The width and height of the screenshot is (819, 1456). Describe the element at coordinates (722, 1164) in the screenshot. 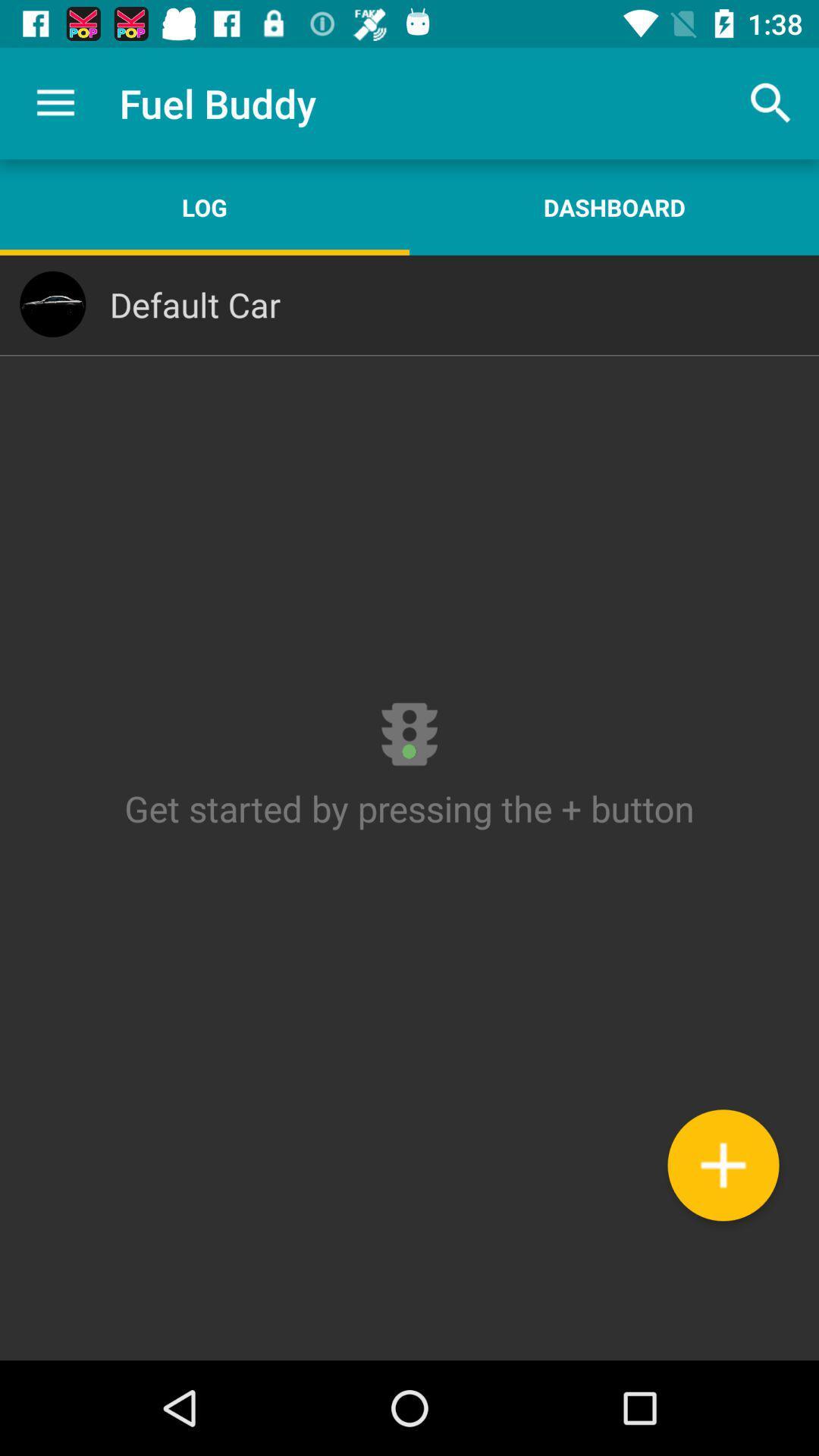

I see `a car` at that location.